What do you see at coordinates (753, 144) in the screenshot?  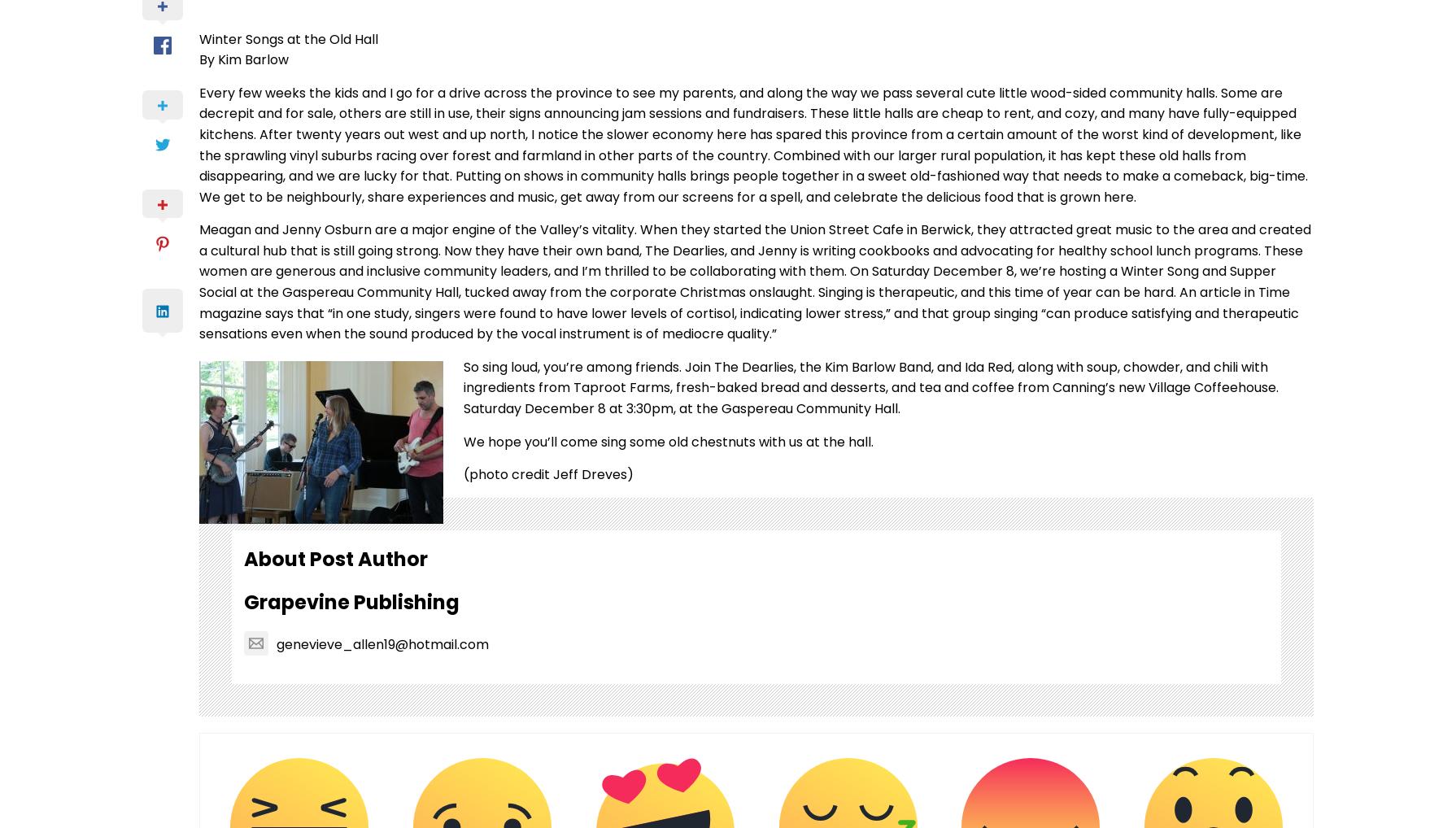 I see `'Every few weeks the kids and I go for a drive across the province to see my parents, and along the way we pass several cute little wood-sided community halls. Some are decrepit and for sale, others are still in use, their signs announcing jam sessions and fundraisers. These little halls are cheap to rent, and cozy, and many have fully-equipped kitchens. After twenty years out west and up north, I notice the slower economy here has spared this province from a certain amount of the worst kind of development, like the sprawling vinyl suburbs racing over forest and farmland in other parts of the country. Combined with our larger rural population, it has kept these old halls from disappearing, and we are lucky for that. Putting on shows in community halls brings people together in a sweet old-fashioned way that needs to make a comeback, big-time. We get to be neighbourly, share experiences and music, get away from our screens for a spell, and celebrate the delicious food that is grown here.'` at bounding box center [753, 144].